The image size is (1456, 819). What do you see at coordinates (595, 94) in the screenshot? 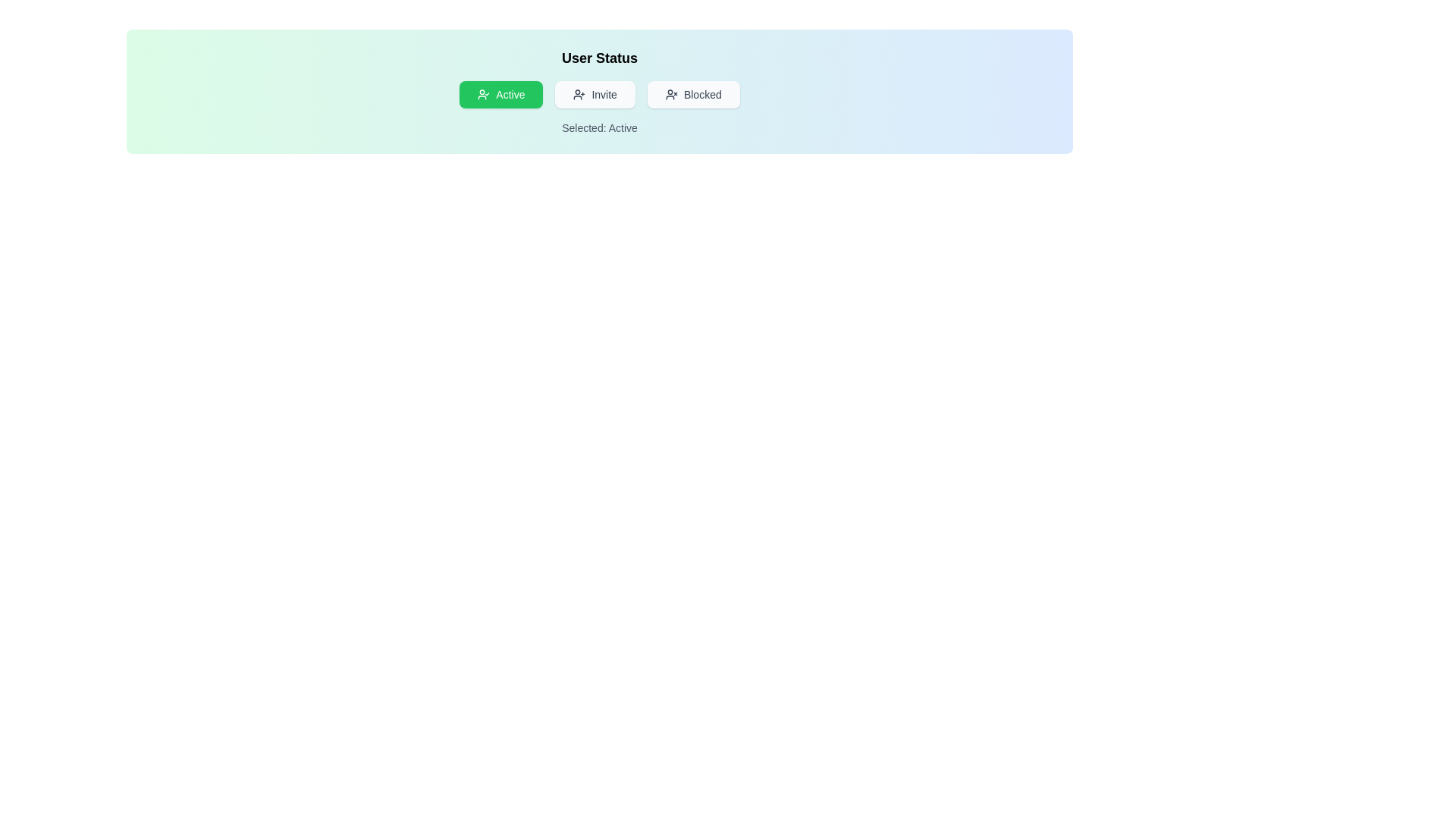
I see `the chip labeled Invite to change the user status` at bounding box center [595, 94].